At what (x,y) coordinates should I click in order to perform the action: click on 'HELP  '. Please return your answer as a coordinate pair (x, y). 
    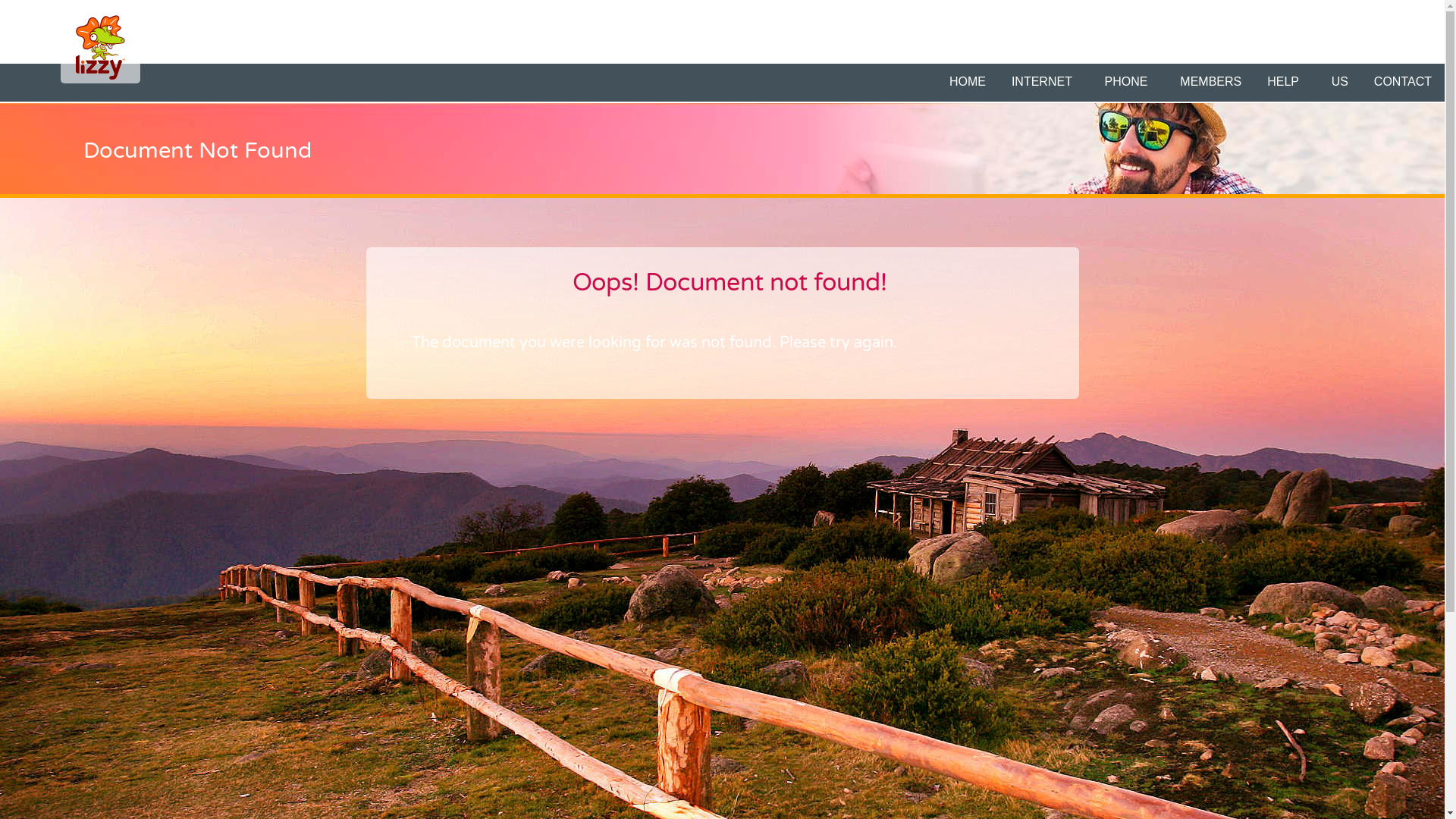
    Looking at the image, I should click on (1285, 82).